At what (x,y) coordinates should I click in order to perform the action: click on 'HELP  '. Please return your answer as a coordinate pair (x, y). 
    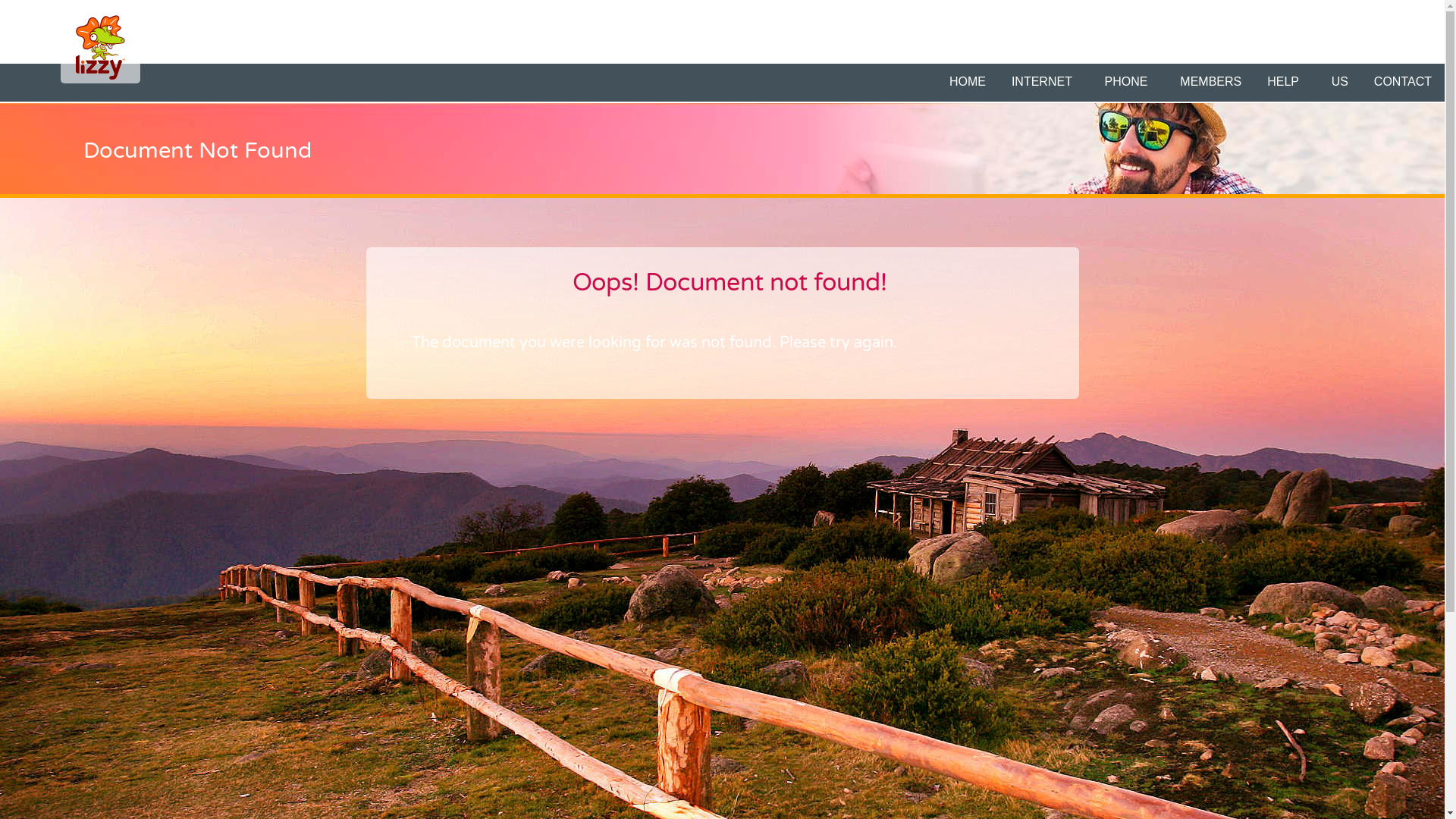
    Looking at the image, I should click on (1285, 82).